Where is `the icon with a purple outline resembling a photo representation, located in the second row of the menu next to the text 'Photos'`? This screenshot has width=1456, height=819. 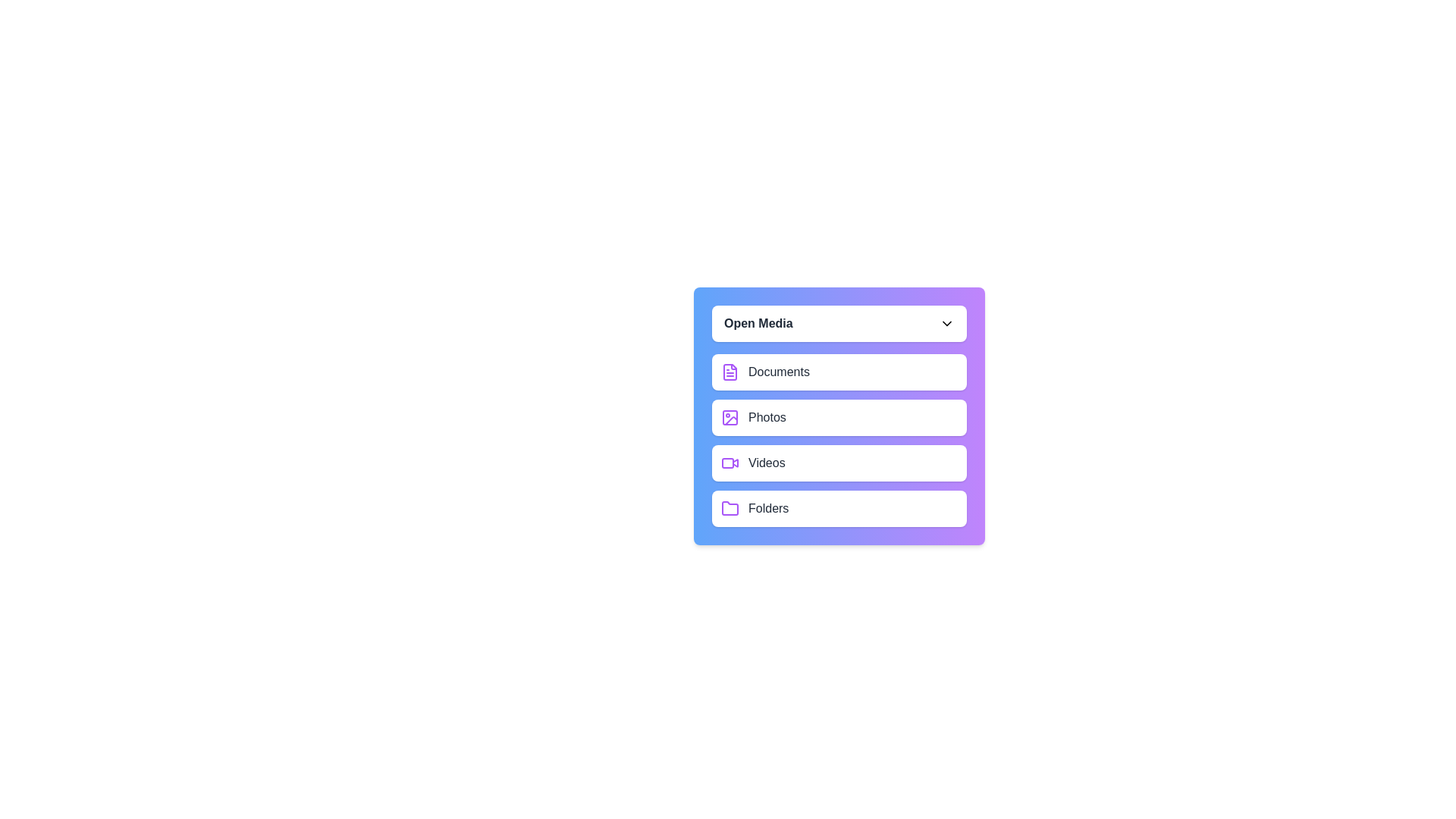 the icon with a purple outline resembling a photo representation, located in the second row of the menu next to the text 'Photos' is located at coordinates (730, 418).